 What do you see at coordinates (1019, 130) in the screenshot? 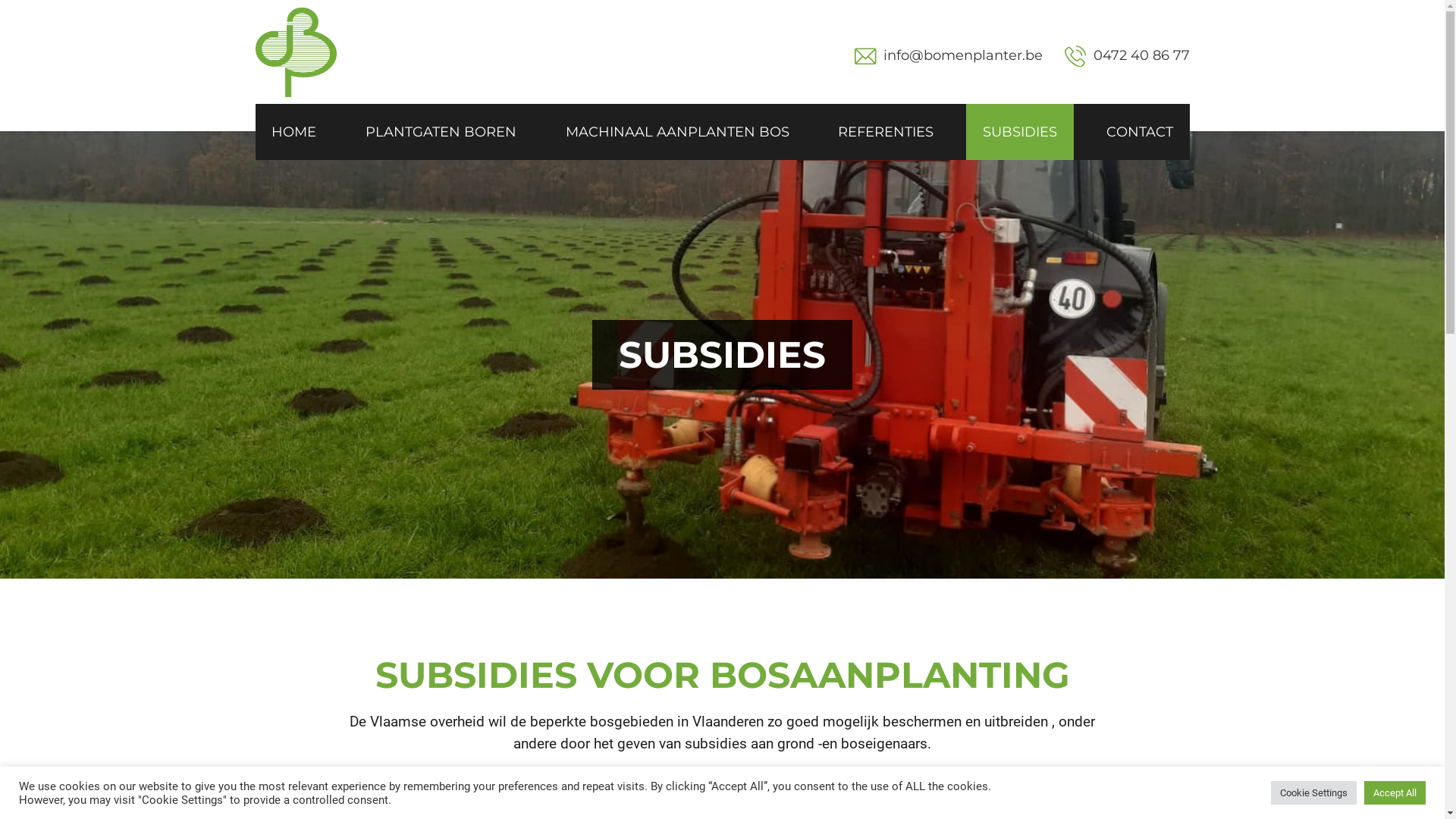
I see `'SUBSIDIES'` at bounding box center [1019, 130].